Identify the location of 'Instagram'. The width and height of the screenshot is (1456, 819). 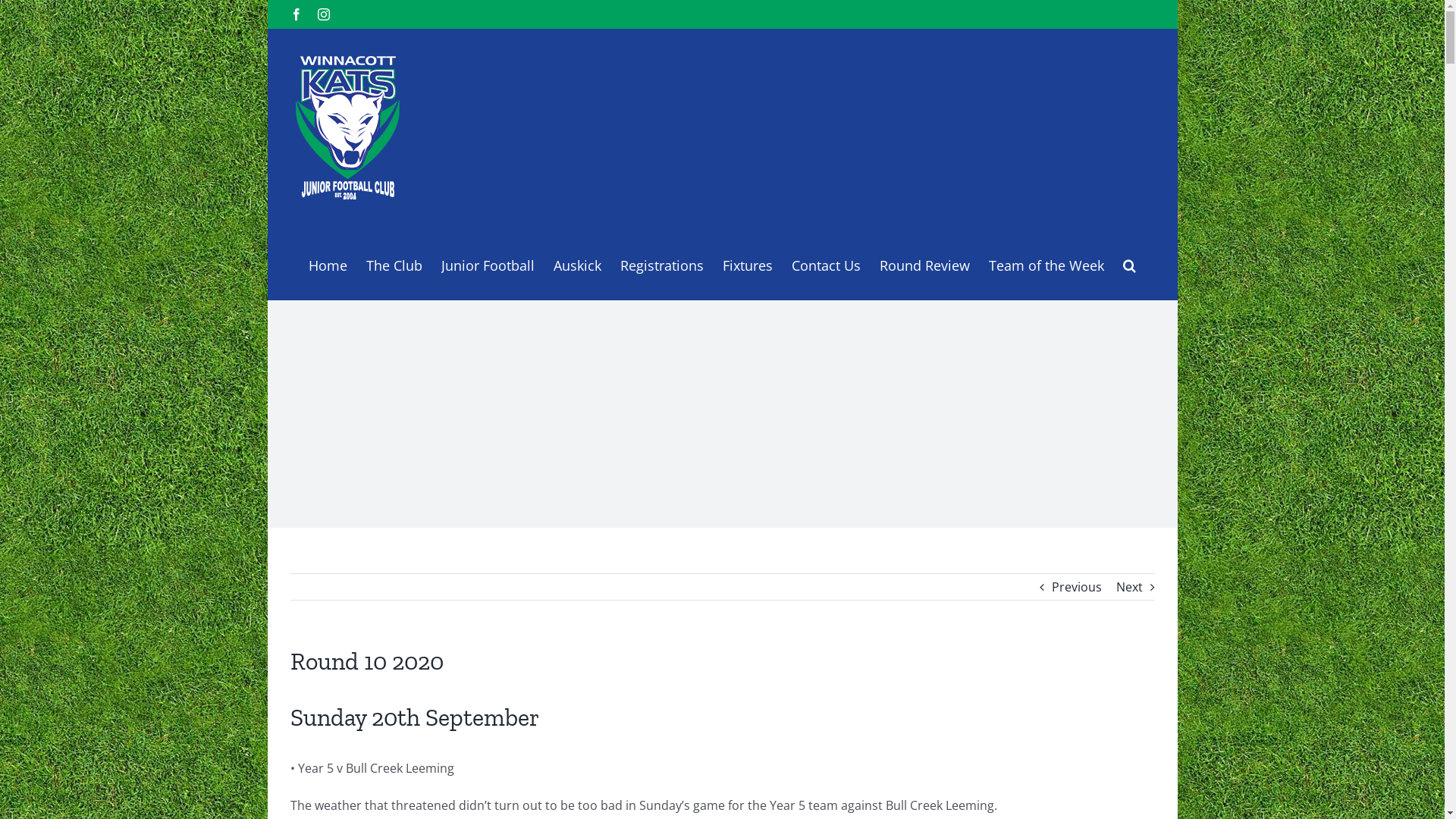
(322, 14).